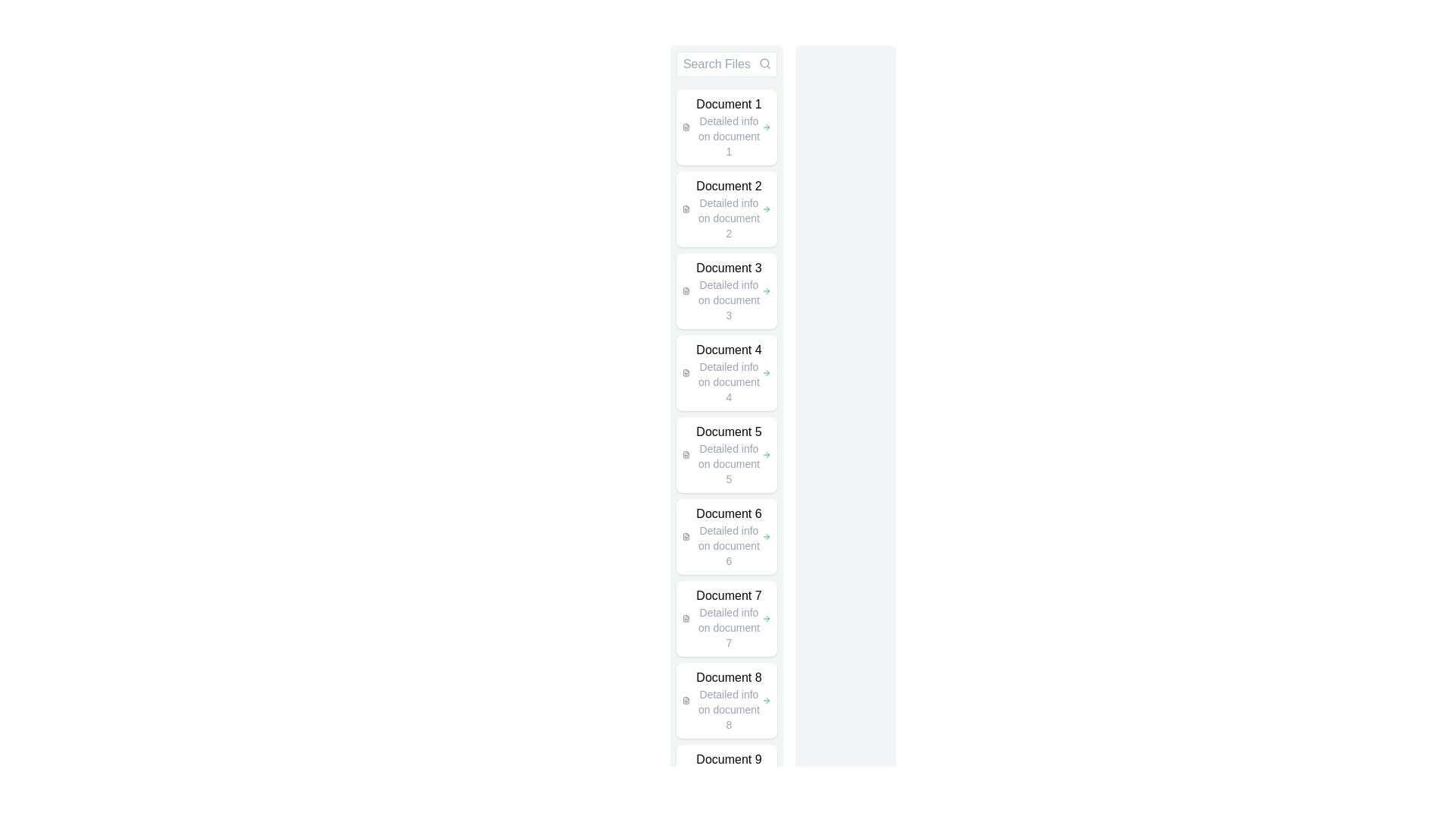  I want to click on the navigation icon located at the far right of the 'Document 5' card, which signifies further action or details related to the card, so click(767, 454).